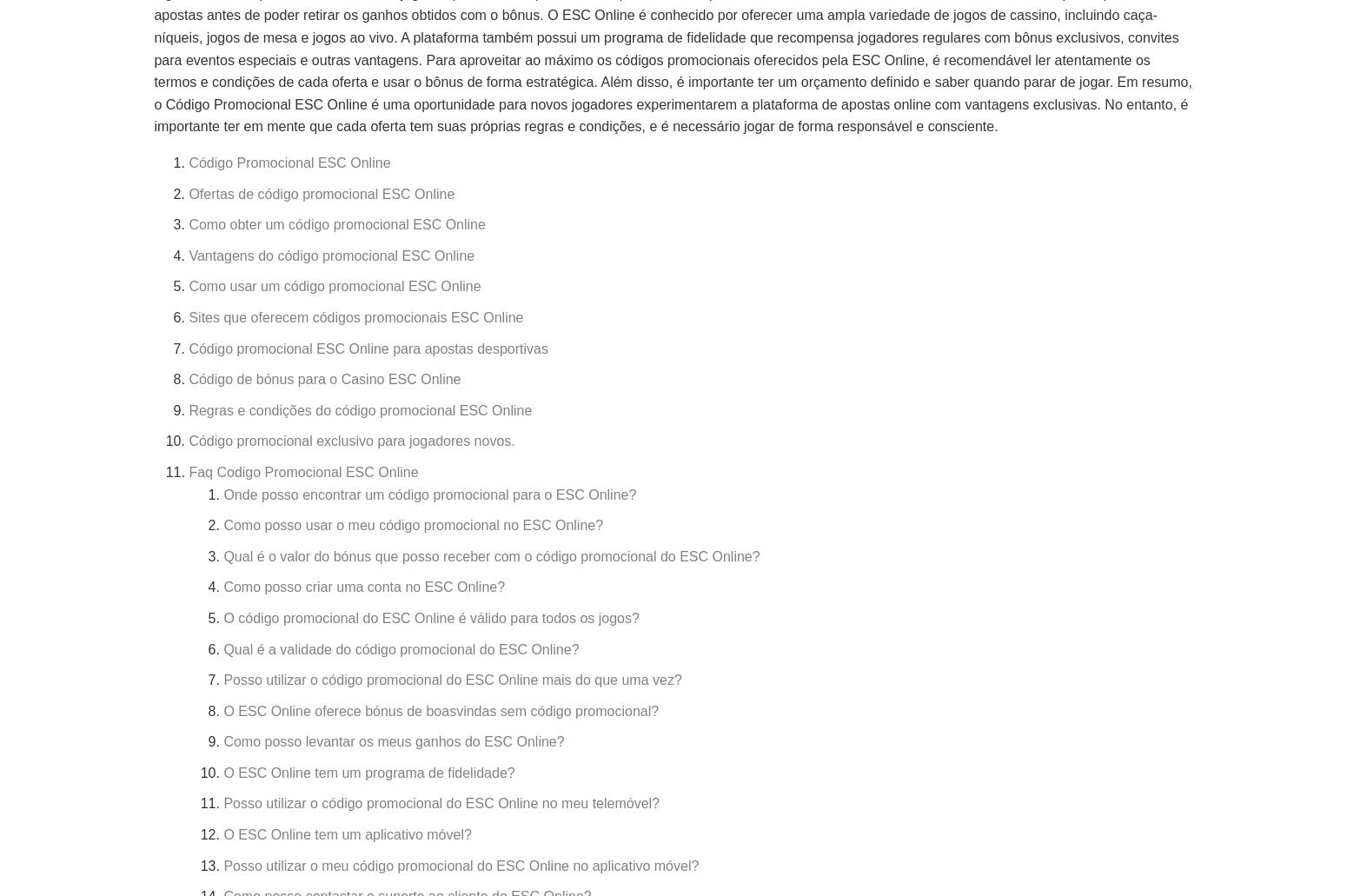 Image resolution: width=1347 pixels, height=896 pixels. I want to click on 'Posso utilizar o código promocional do ESC Online mais do que uma vez?', so click(451, 679).